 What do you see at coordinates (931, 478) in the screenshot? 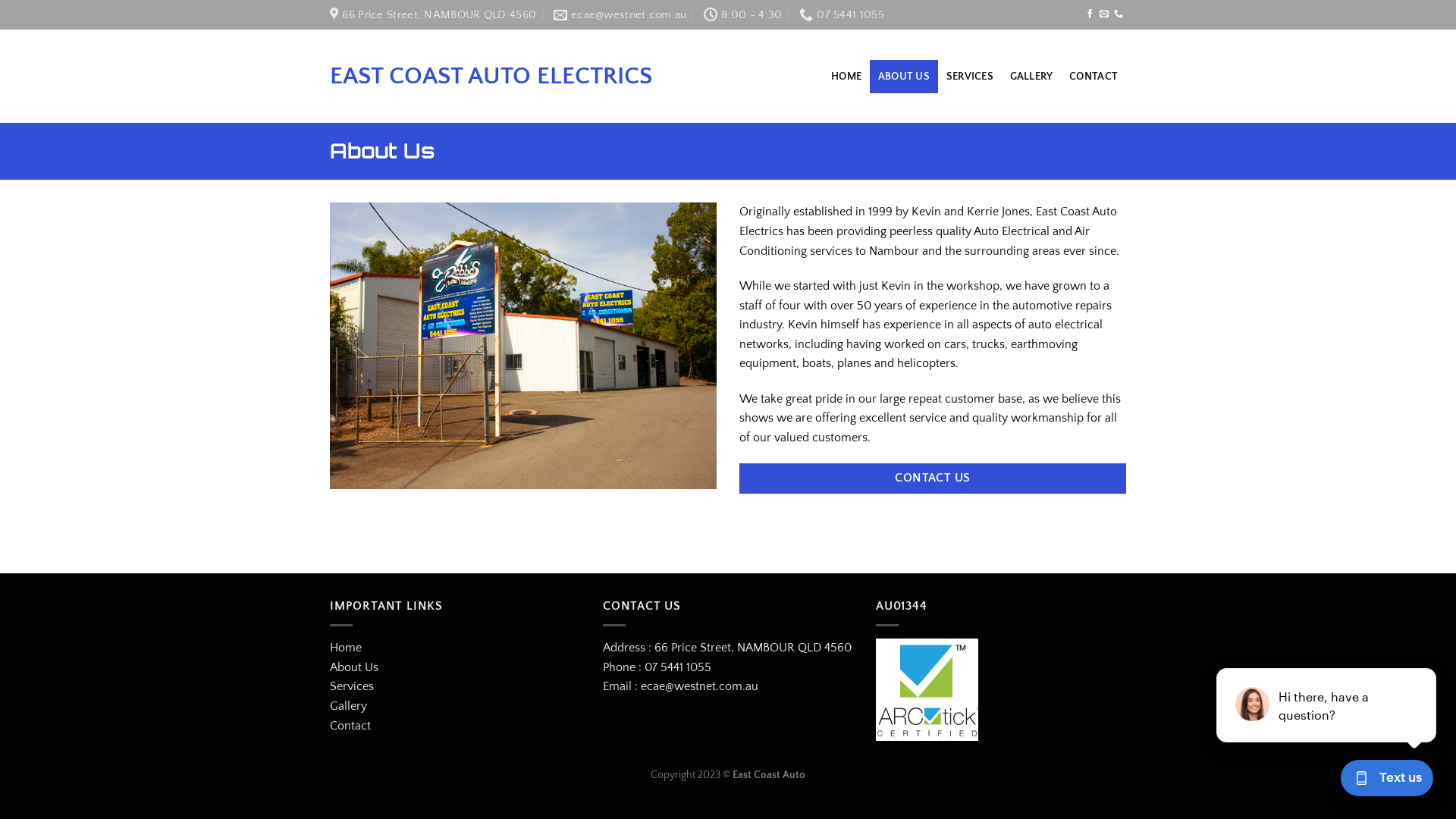
I see `'CONTACT US'` at bounding box center [931, 478].